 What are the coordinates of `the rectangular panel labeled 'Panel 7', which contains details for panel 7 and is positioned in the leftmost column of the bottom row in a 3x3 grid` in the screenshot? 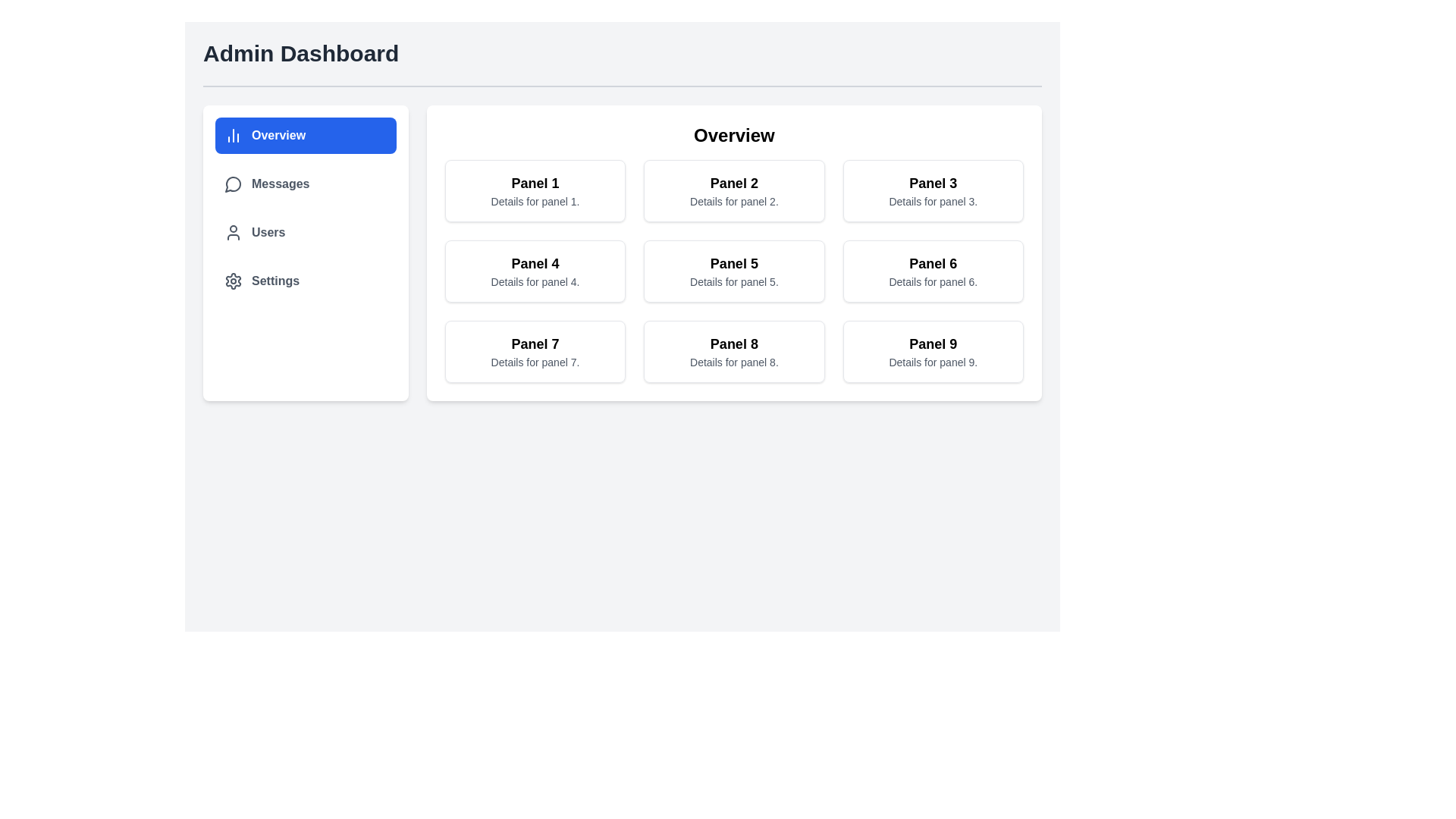 It's located at (535, 351).